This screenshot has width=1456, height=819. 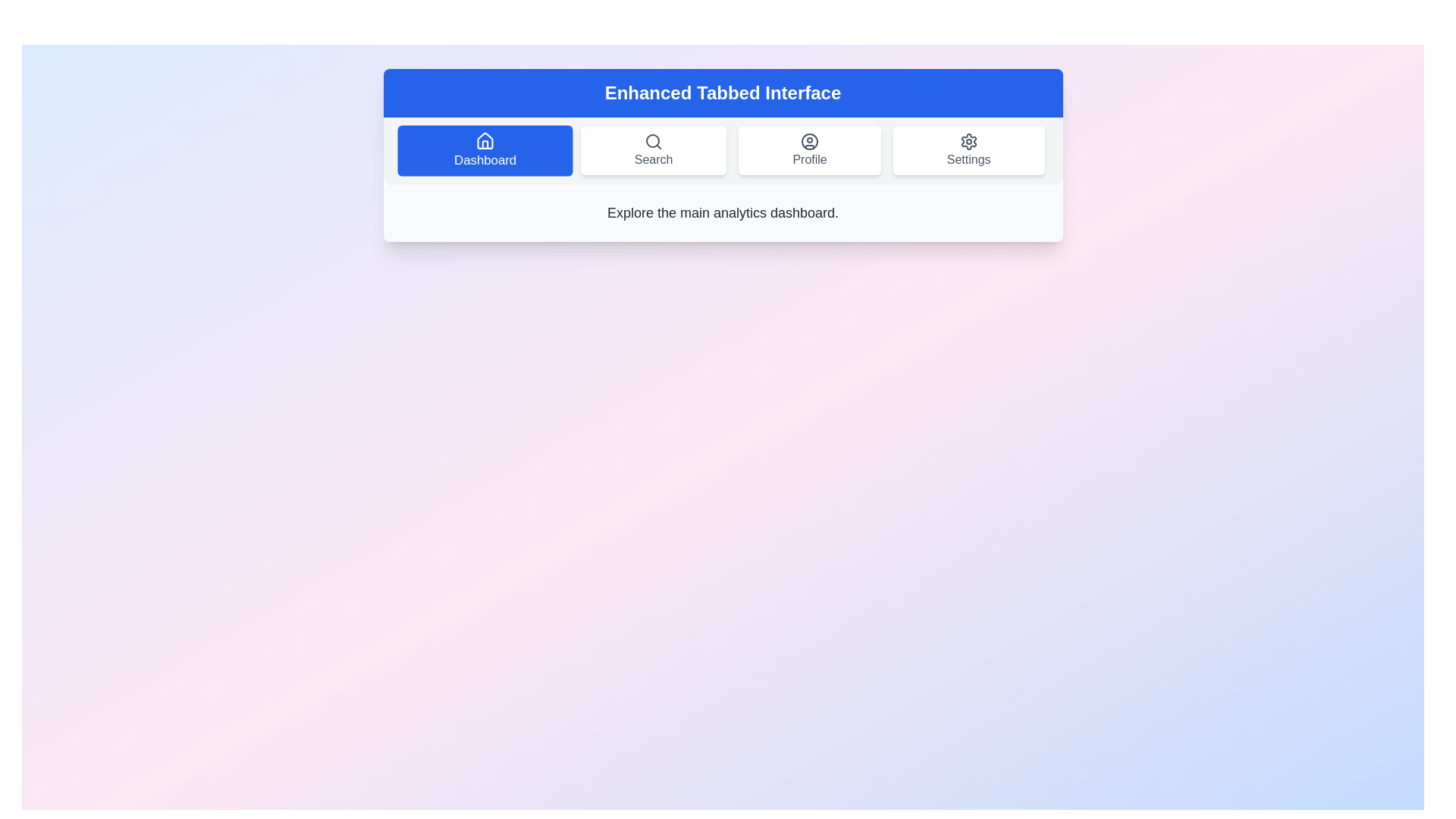 What do you see at coordinates (968, 151) in the screenshot?
I see `the last button in the horizontal navigation bar, which likely redirects to the settings interface, to observe its hover effect` at bounding box center [968, 151].